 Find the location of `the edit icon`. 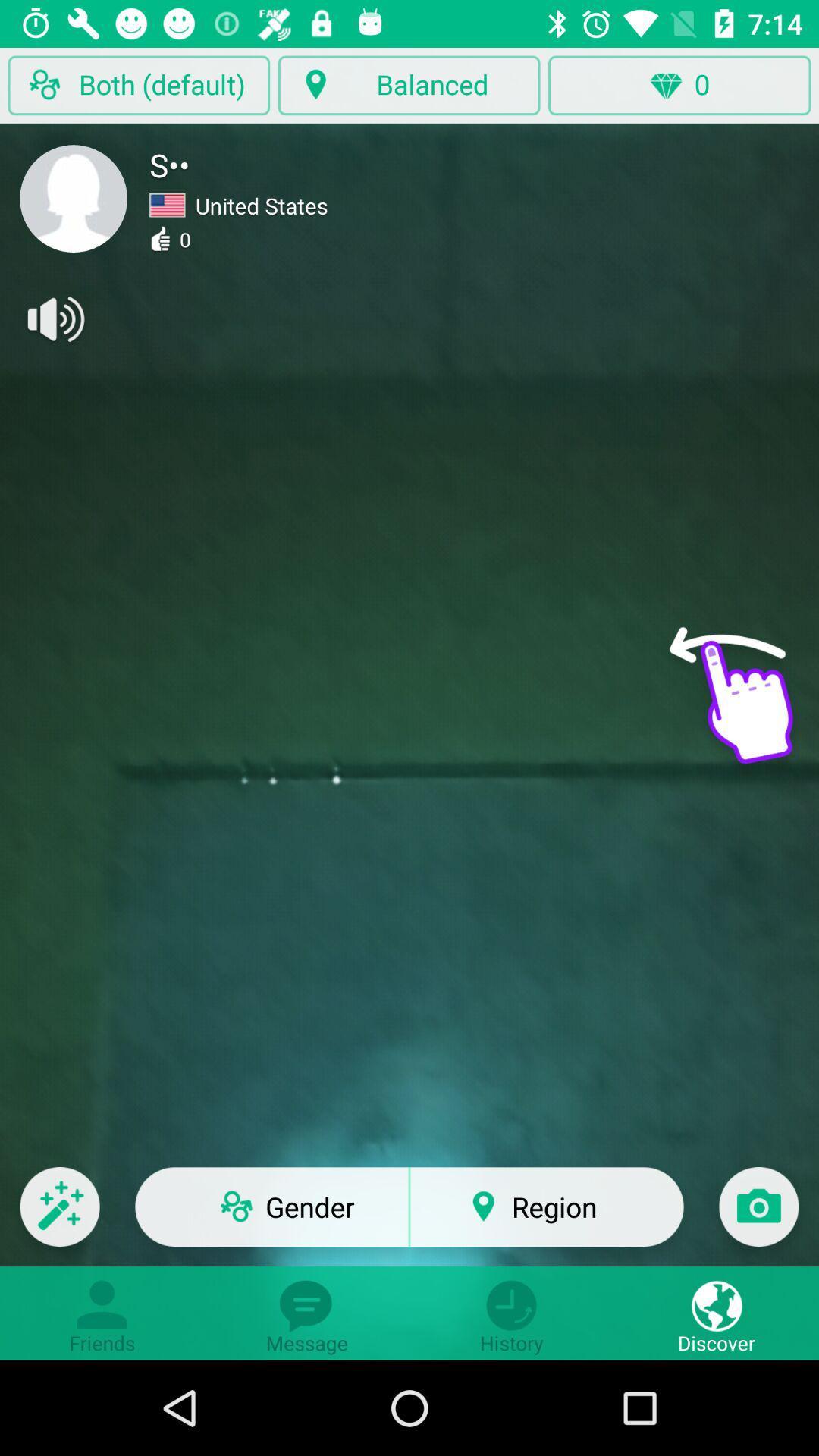

the edit icon is located at coordinates (59, 1216).